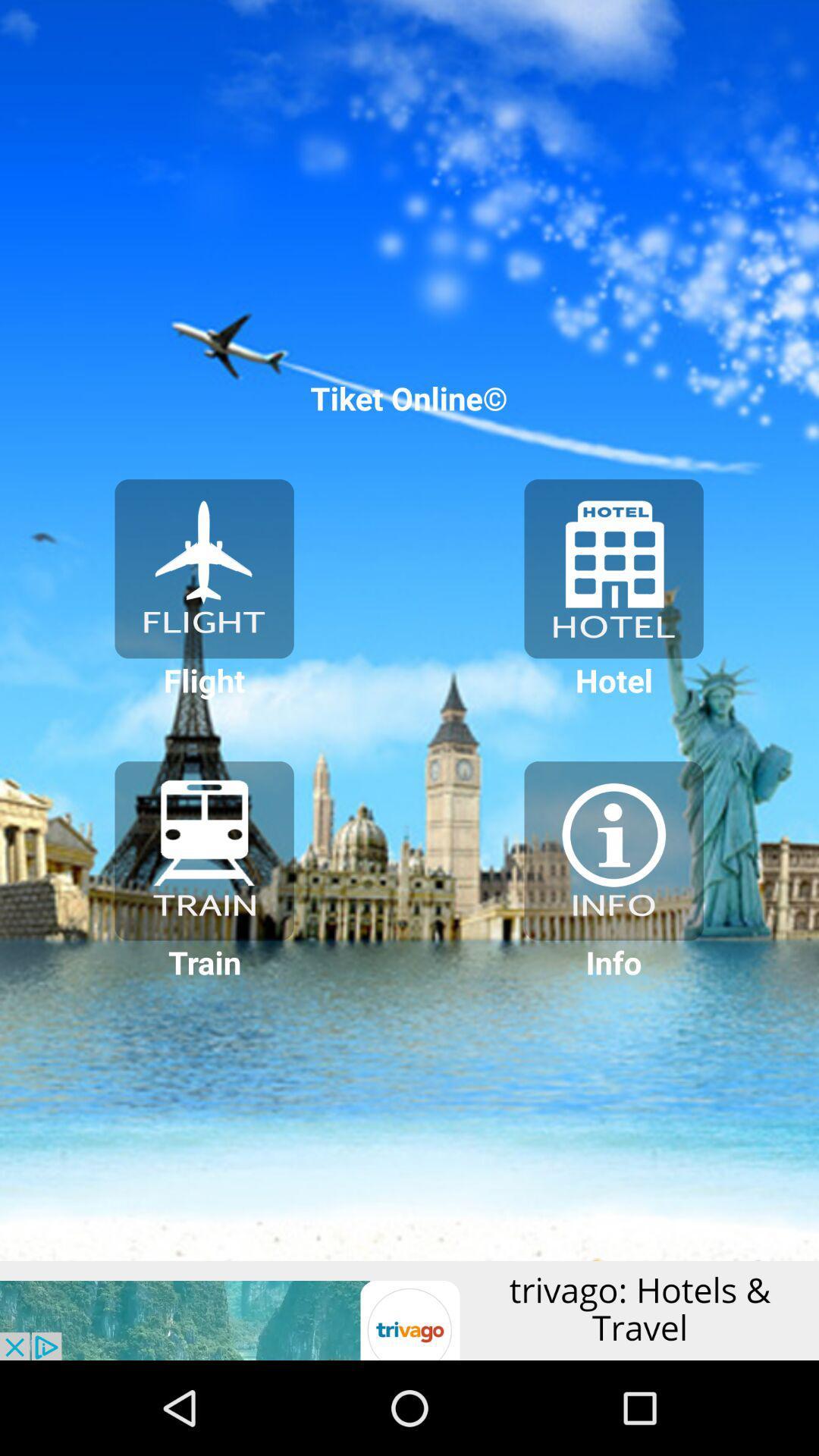 The height and width of the screenshot is (1456, 819). Describe the element at coordinates (409, 1310) in the screenshot. I see `click the advertisement` at that location.